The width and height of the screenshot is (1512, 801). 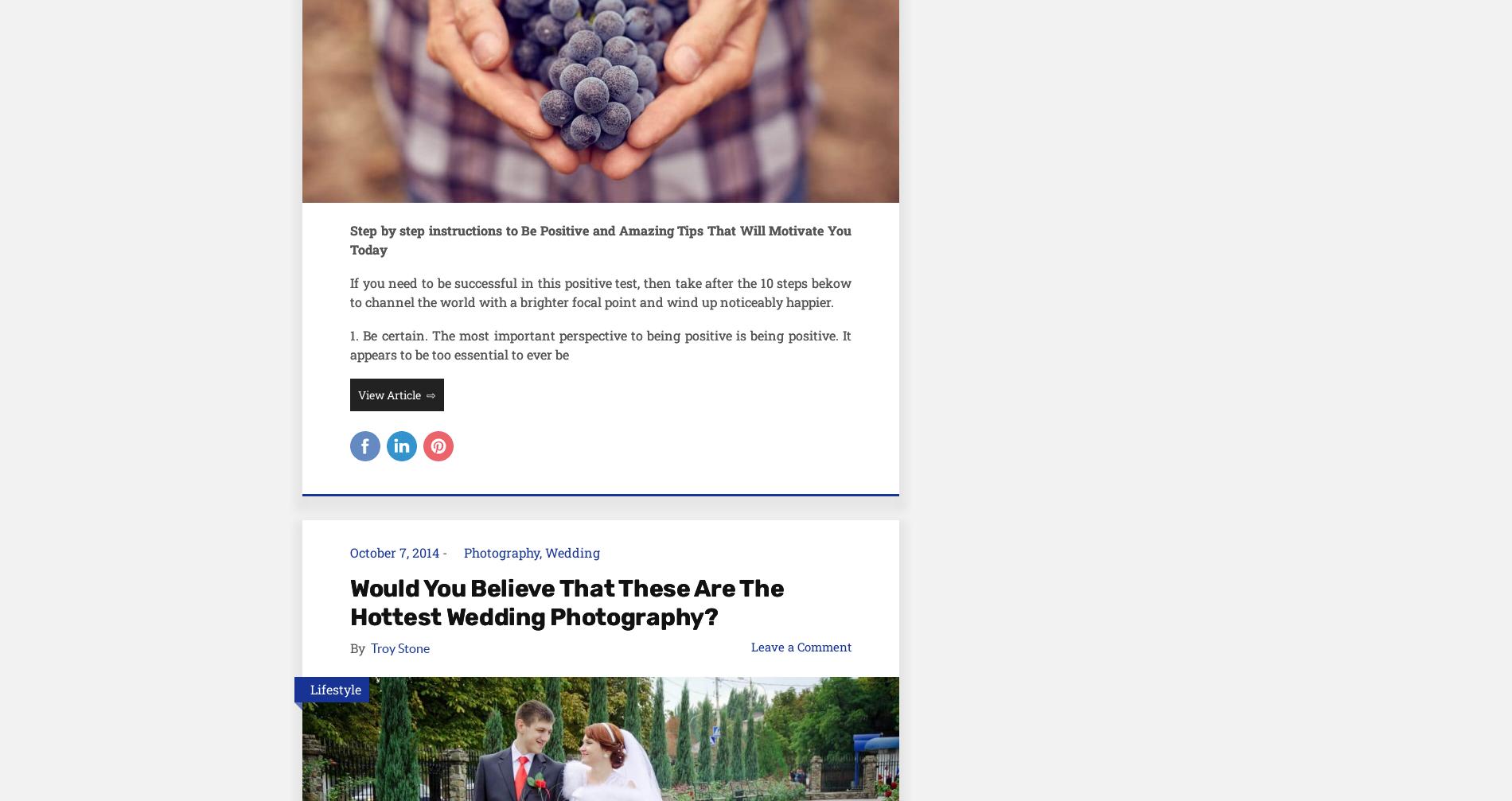 I want to click on 'If you need to be successful in this positive test, then take after the 10 steps bekow to channel the world with a brighter focal point and wind up noticeably happier.', so click(x=600, y=291).